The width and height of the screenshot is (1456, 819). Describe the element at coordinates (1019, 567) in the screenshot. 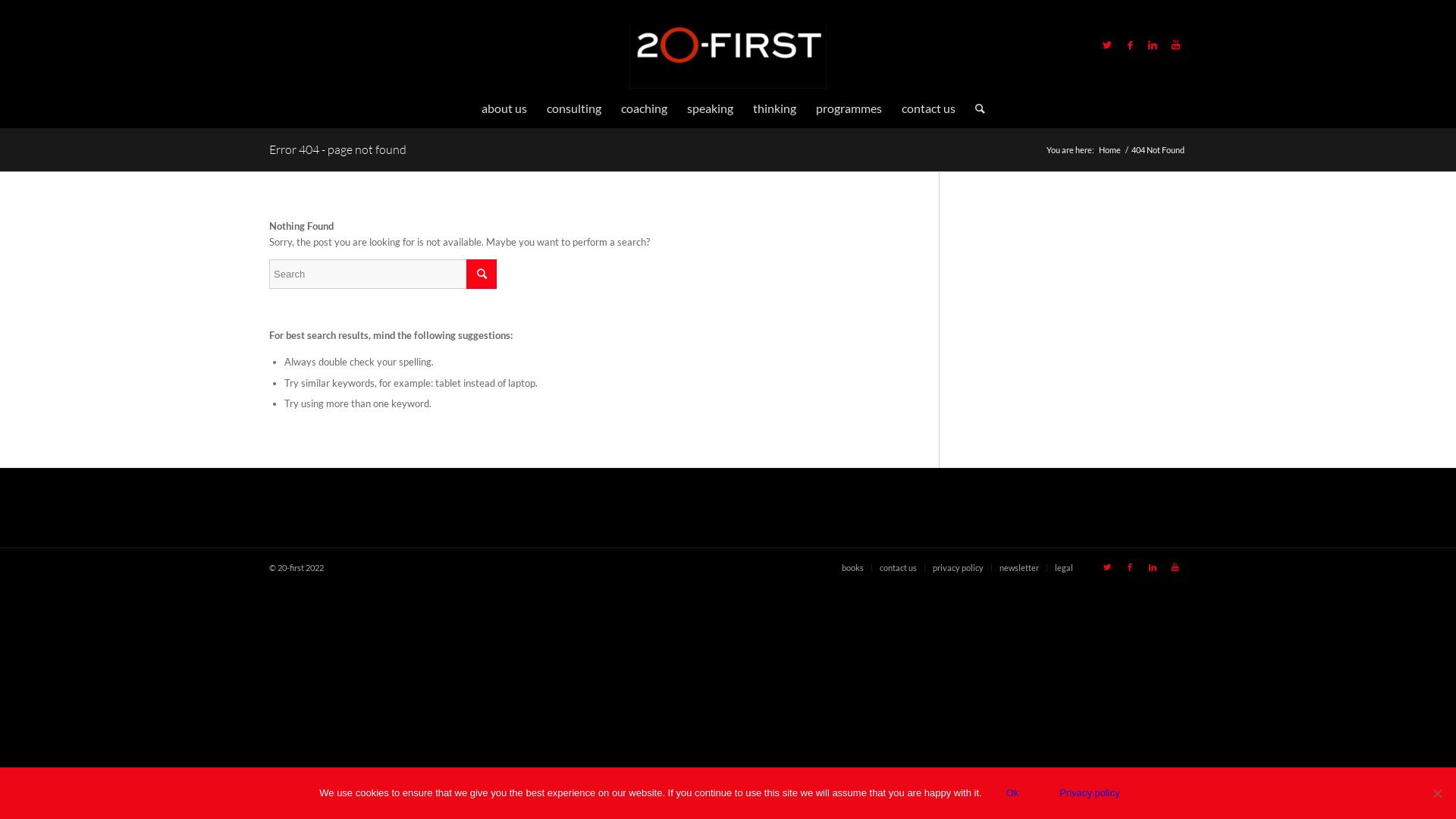

I see `'newsletter'` at that location.